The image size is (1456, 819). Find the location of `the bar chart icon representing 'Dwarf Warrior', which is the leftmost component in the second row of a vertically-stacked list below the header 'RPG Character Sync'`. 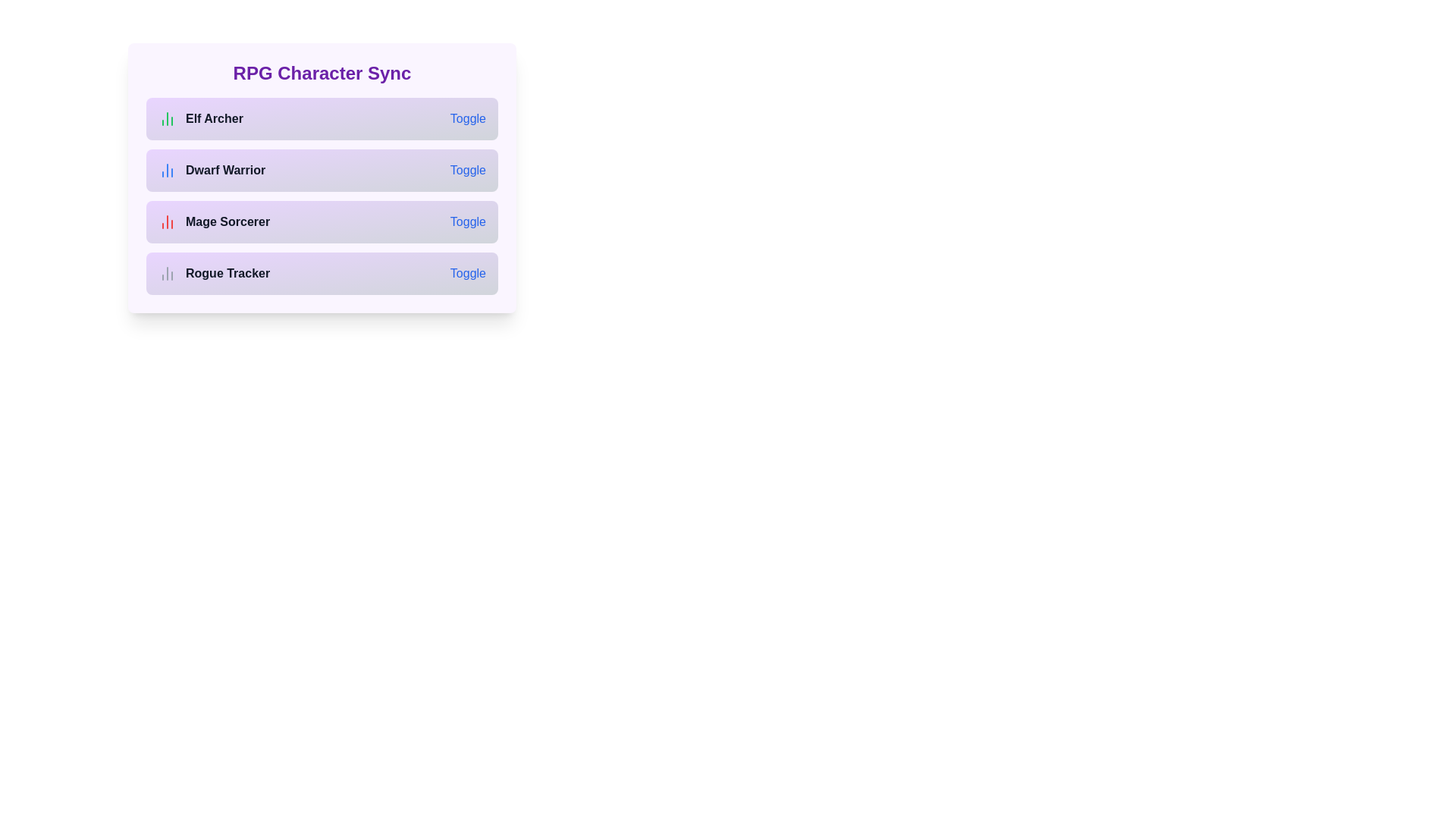

the bar chart icon representing 'Dwarf Warrior', which is the leftmost component in the second row of a vertically-stacked list below the header 'RPG Character Sync' is located at coordinates (167, 170).